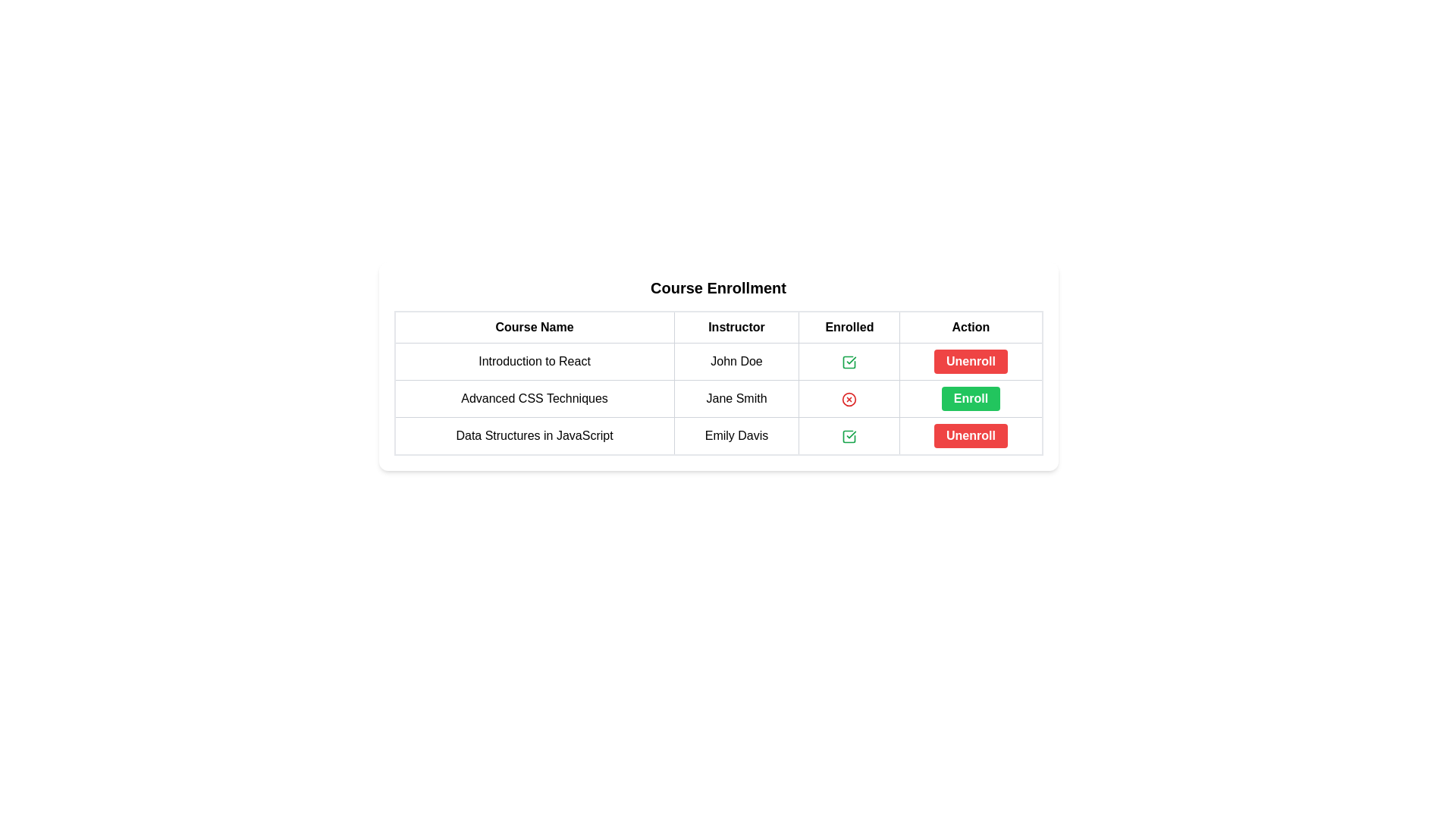  Describe the element at coordinates (849, 436) in the screenshot. I see `the 'Enrolled' status indicator for the 'Data Structures in JavaScript' course entry, located in the third row of the table, adjacent to the 'Unenroll' button and the instructor 'Emily Davis'` at that location.